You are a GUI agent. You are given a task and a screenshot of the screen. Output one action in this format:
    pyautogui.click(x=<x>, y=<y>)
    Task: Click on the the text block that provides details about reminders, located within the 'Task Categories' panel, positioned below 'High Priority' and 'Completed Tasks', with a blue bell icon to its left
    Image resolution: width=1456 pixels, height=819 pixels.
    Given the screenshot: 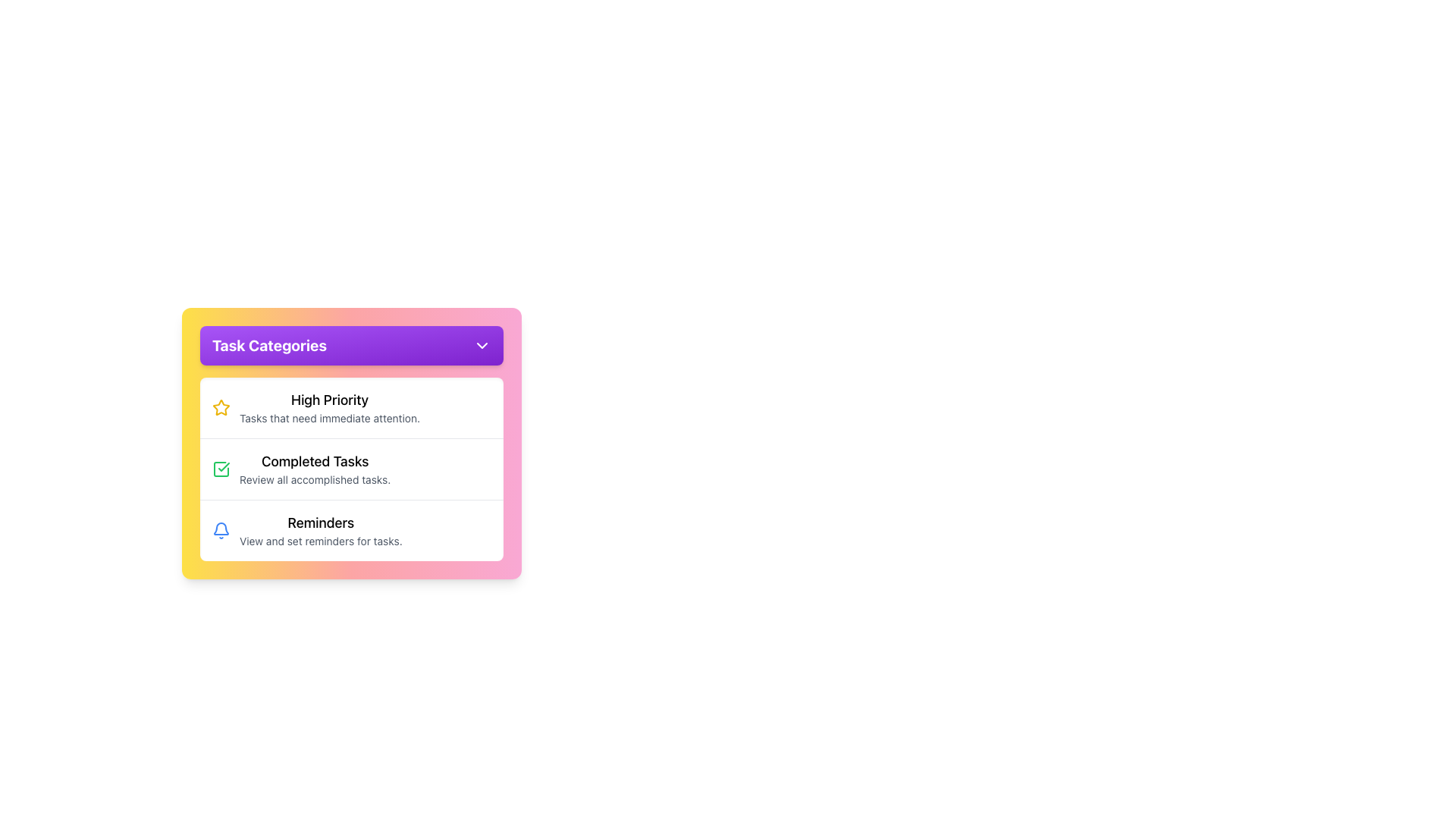 What is the action you would take?
    pyautogui.click(x=320, y=529)
    